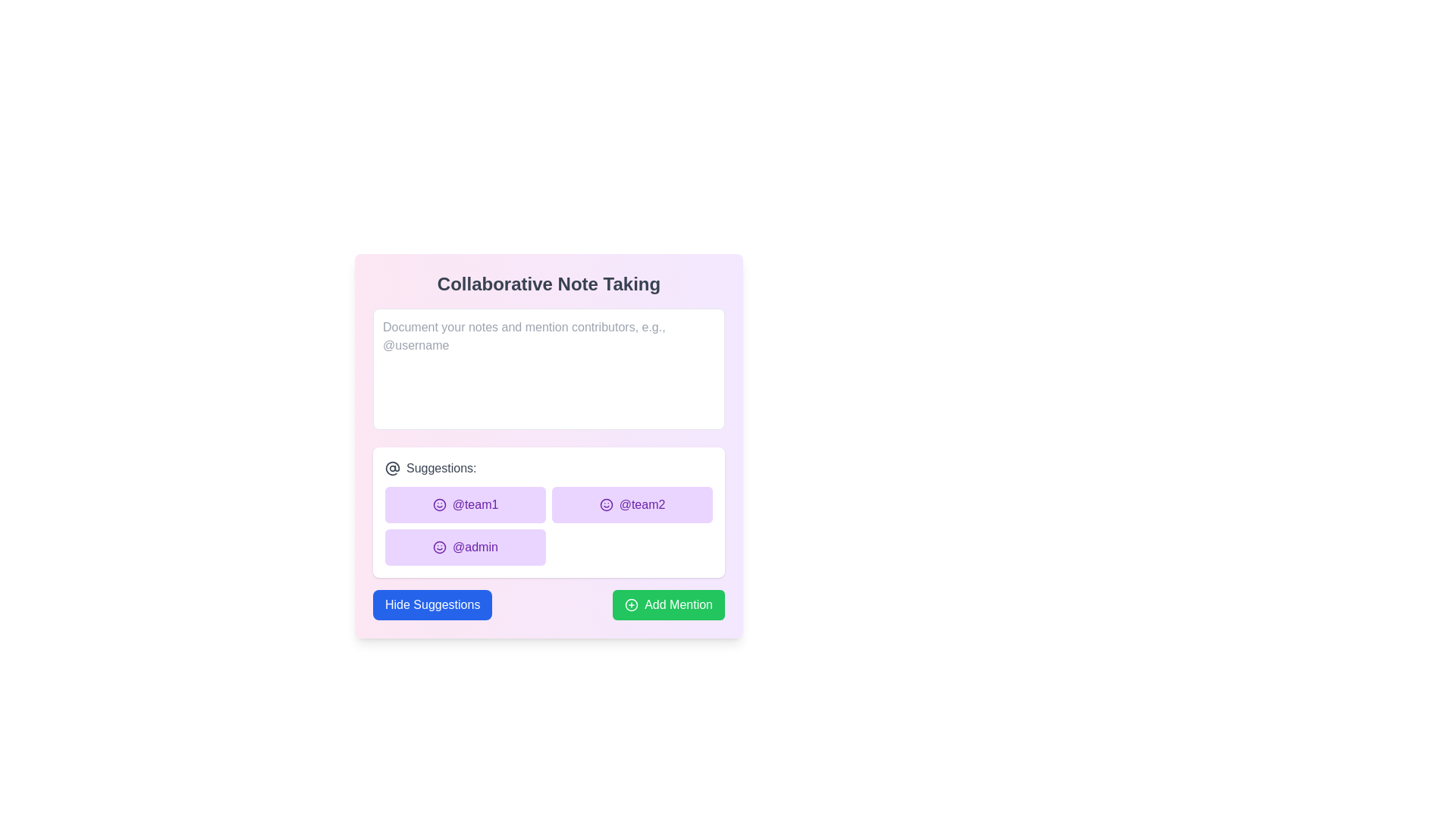  I want to click on the decorative SVG circle element that is part of the 'Add Mention' button area, which is aligned with a green button in the interface, so click(632, 604).